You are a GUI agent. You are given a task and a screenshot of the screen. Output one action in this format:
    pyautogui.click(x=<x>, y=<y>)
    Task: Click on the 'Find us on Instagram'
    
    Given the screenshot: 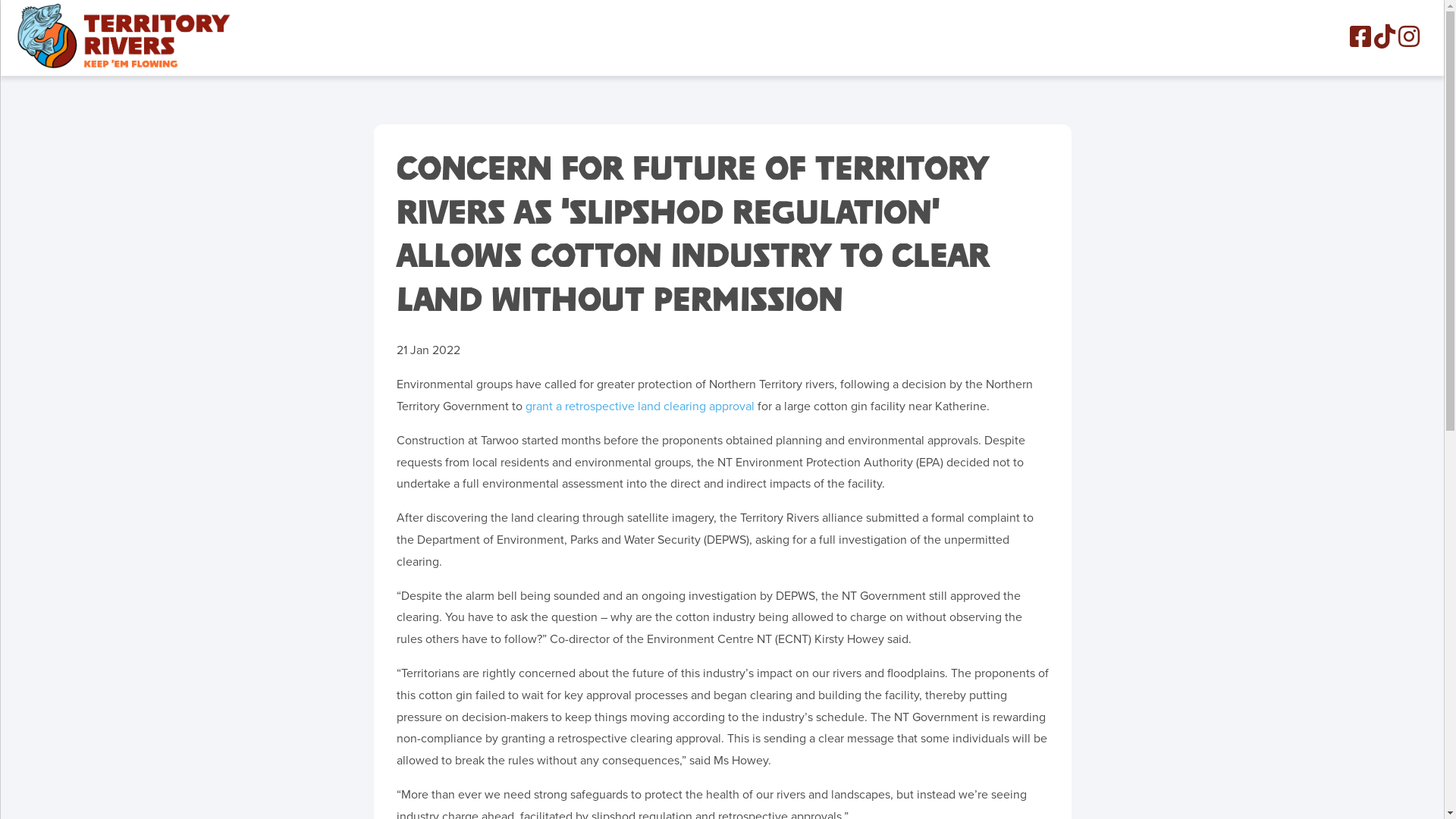 What is the action you would take?
    pyautogui.click(x=1407, y=35)
    